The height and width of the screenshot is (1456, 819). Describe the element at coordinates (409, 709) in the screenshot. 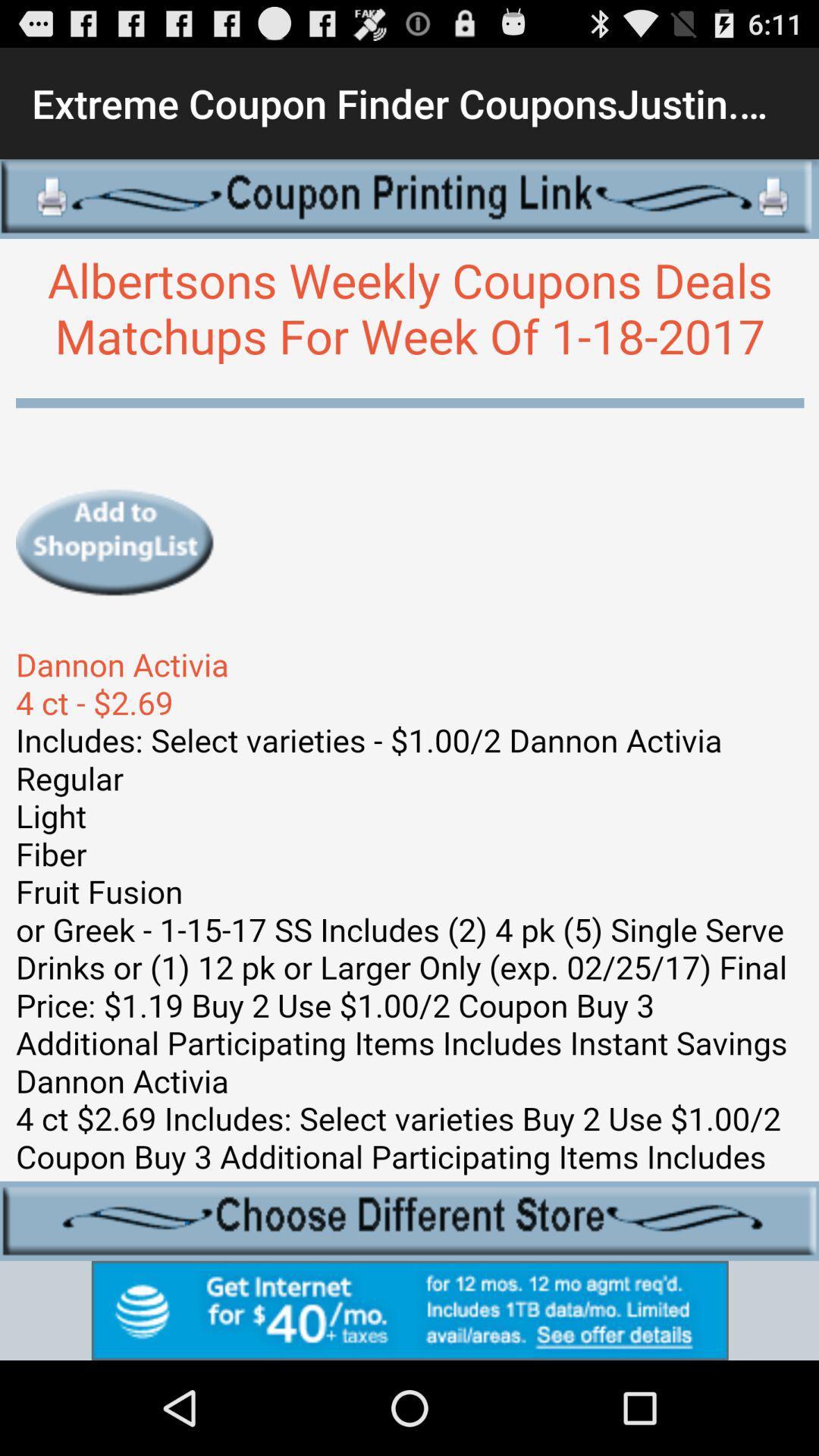

I see `read coupon deal` at that location.